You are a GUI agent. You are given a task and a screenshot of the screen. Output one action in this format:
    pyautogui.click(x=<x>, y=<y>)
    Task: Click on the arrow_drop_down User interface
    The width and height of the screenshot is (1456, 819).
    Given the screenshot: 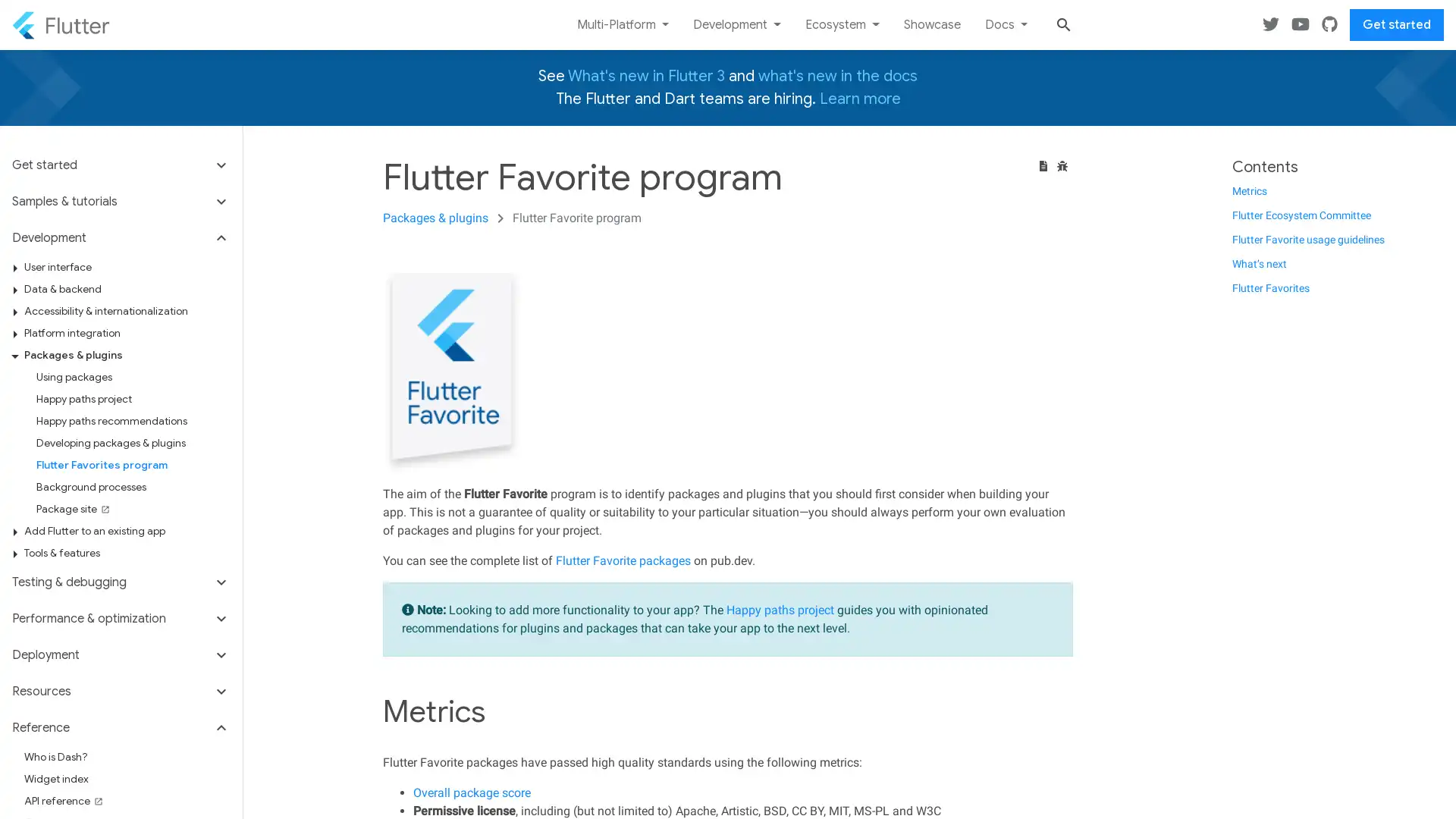 What is the action you would take?
    pyautogui.click(x=127, y=266)
    